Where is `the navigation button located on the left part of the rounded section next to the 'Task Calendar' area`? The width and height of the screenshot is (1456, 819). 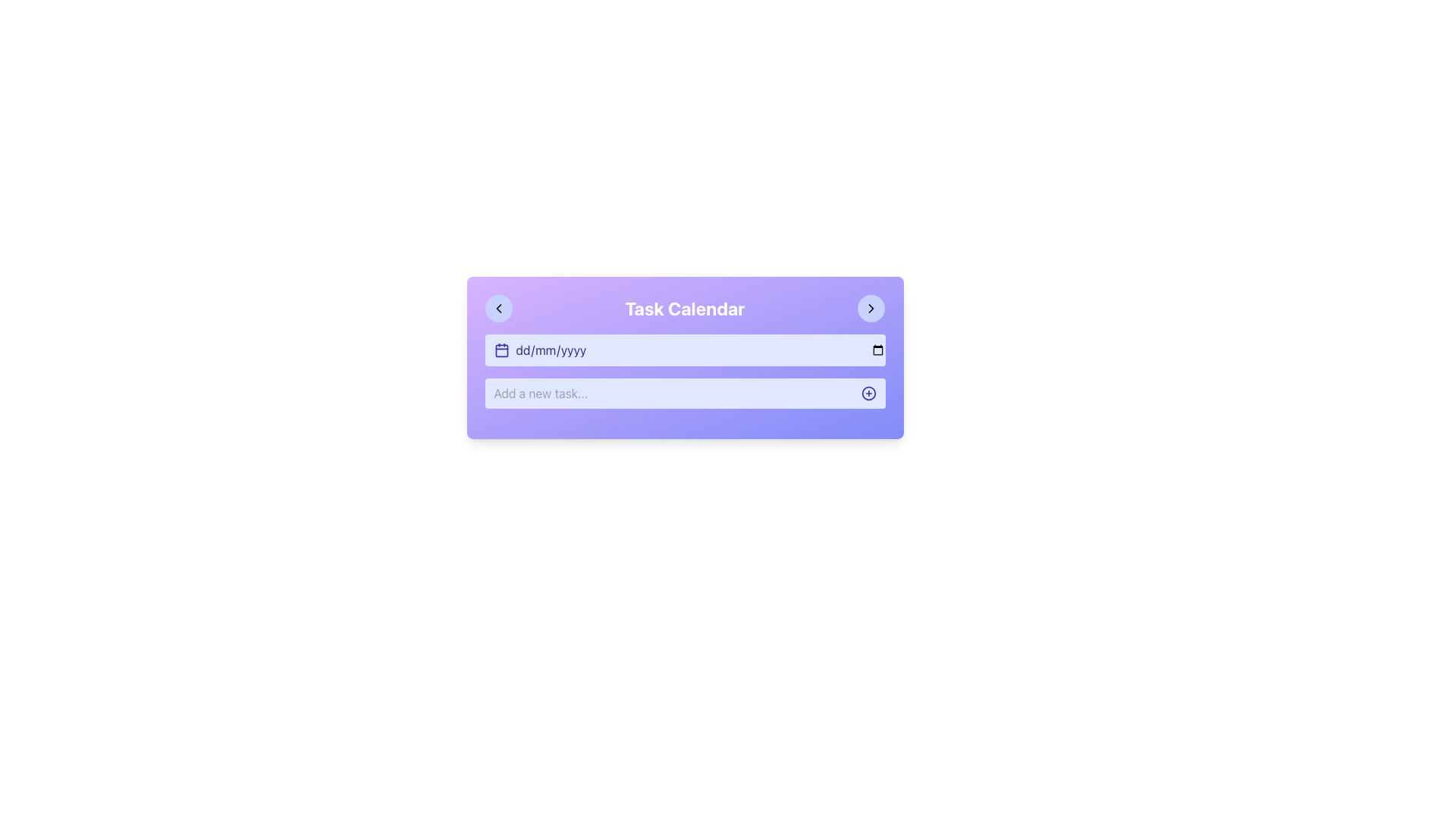
the navigation button located on the left part of the rounded section next to the 'Task Calendar' area is located at coordinates (498, 308).